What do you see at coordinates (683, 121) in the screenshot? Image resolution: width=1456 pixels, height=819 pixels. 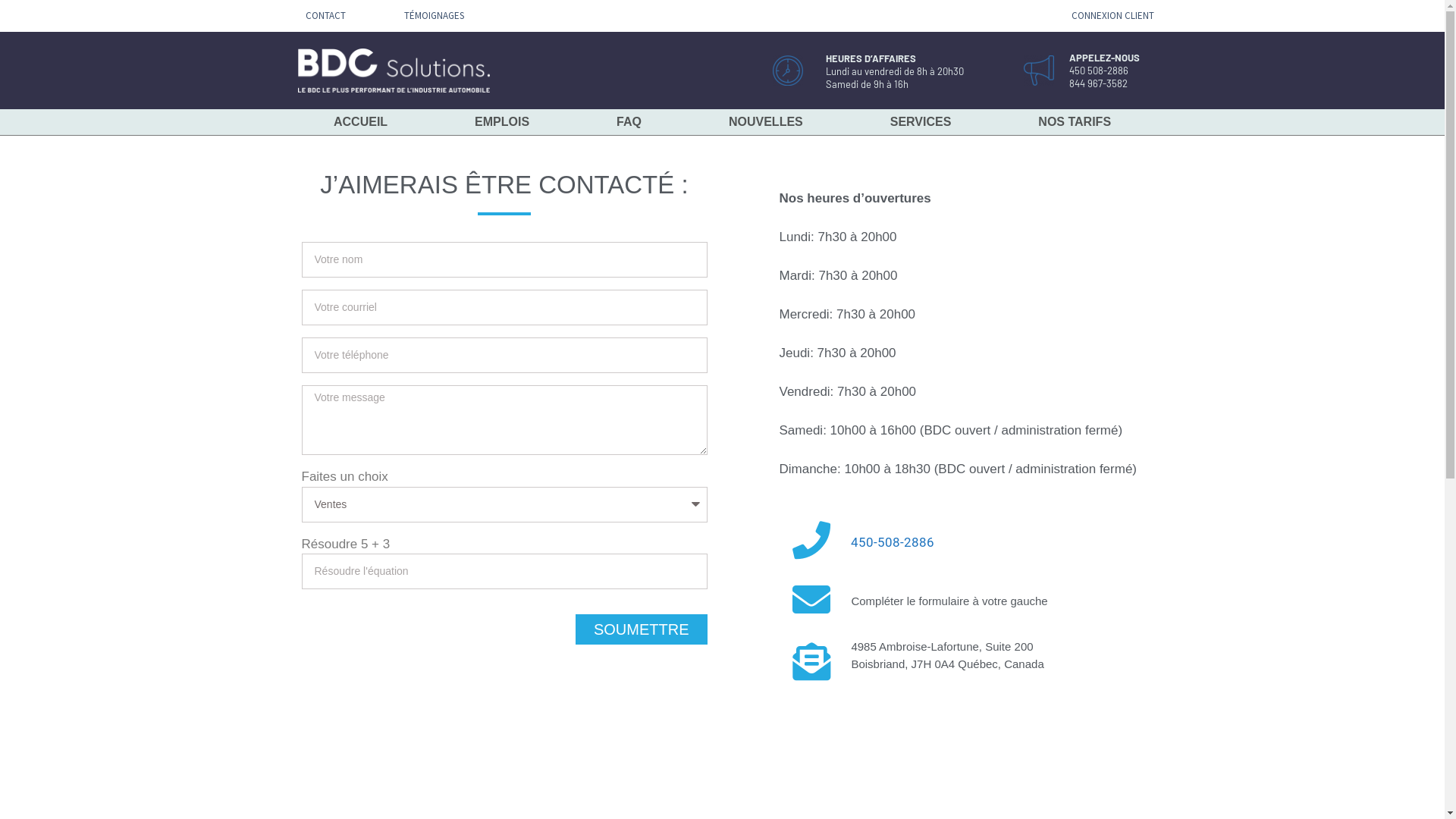 I see `'NOUVELLES'` at bounding box center [683, 121].